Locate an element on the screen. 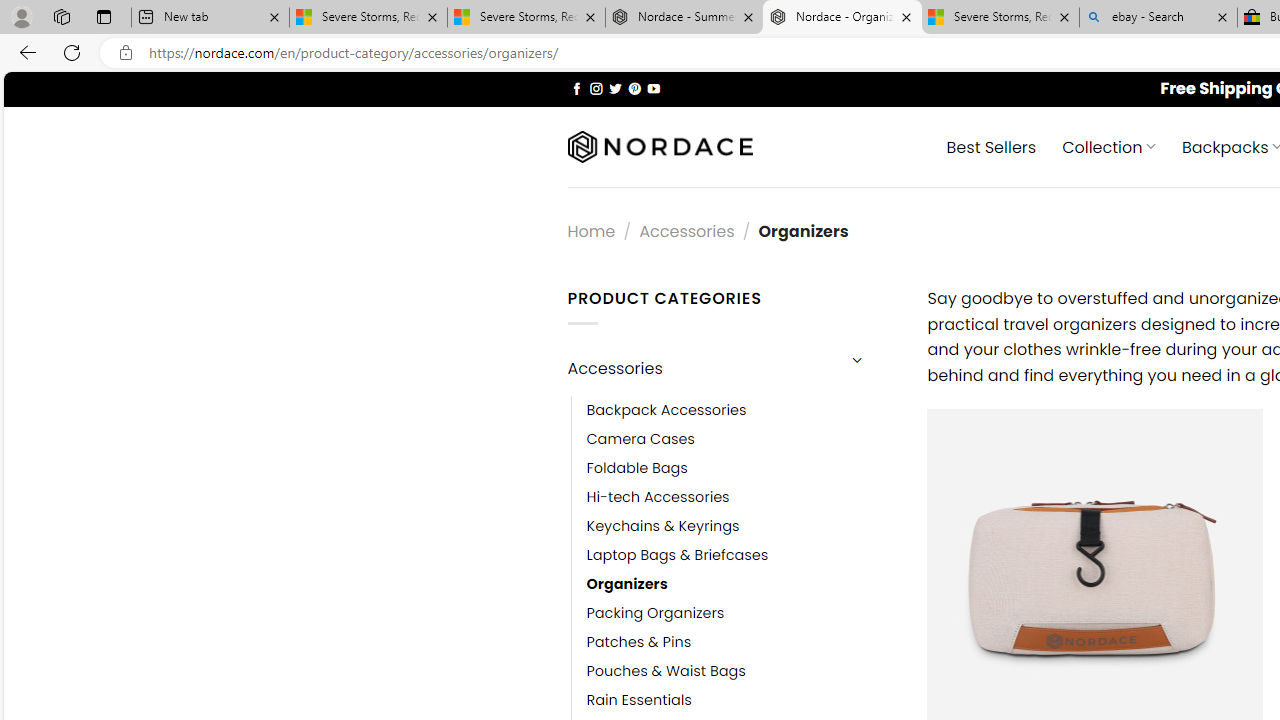 The height and width of the screenshot is (720, 1280). 'Backpack Accessories' is located at coordinates (741, 409).